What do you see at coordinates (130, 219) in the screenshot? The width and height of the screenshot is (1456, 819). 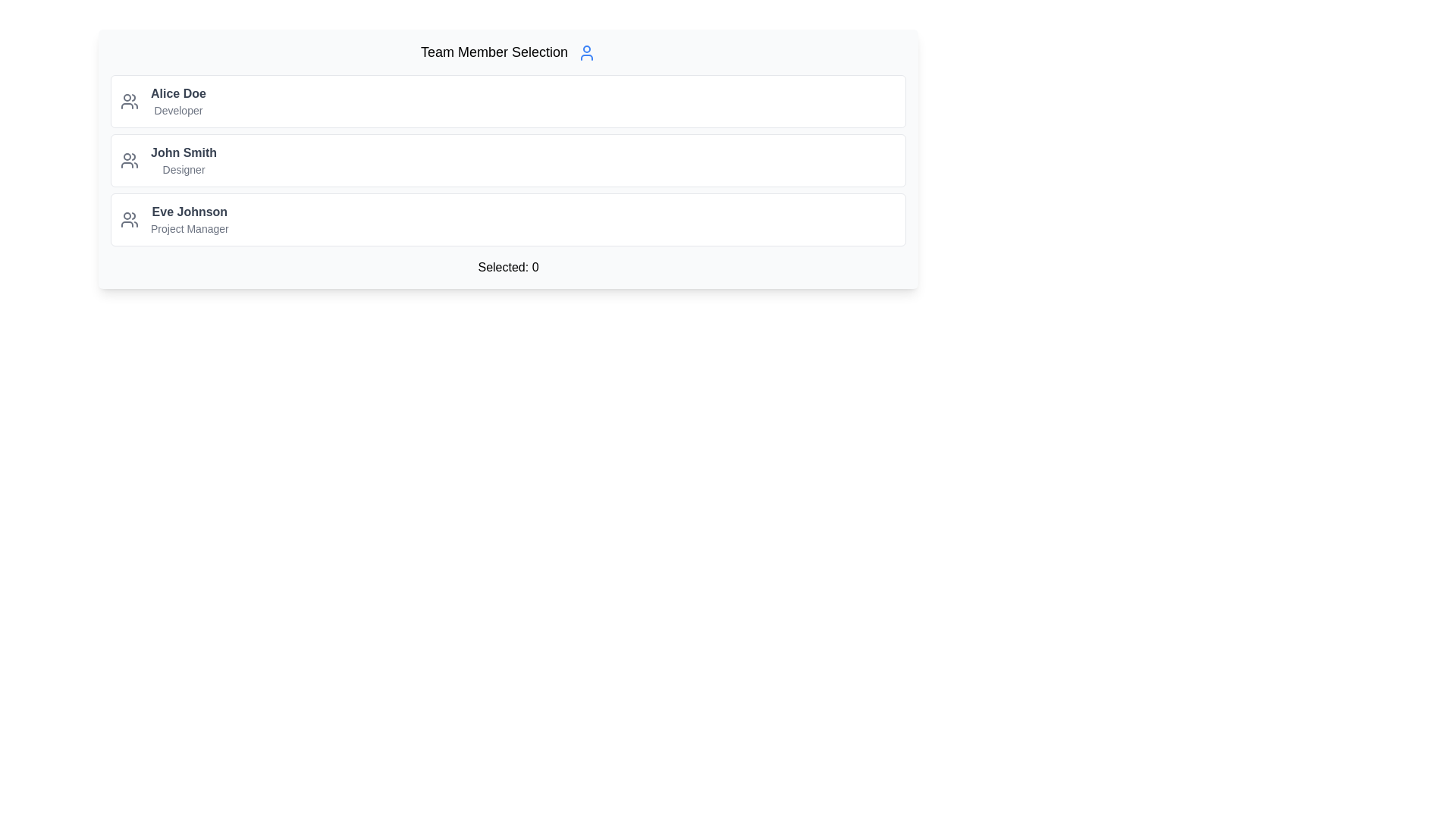 I see `SVG Icon representing 'Eve Johnson' located to the left of the text 'Eve Johnson Project Manager' in the third list item` at bounding box center [130, 219].